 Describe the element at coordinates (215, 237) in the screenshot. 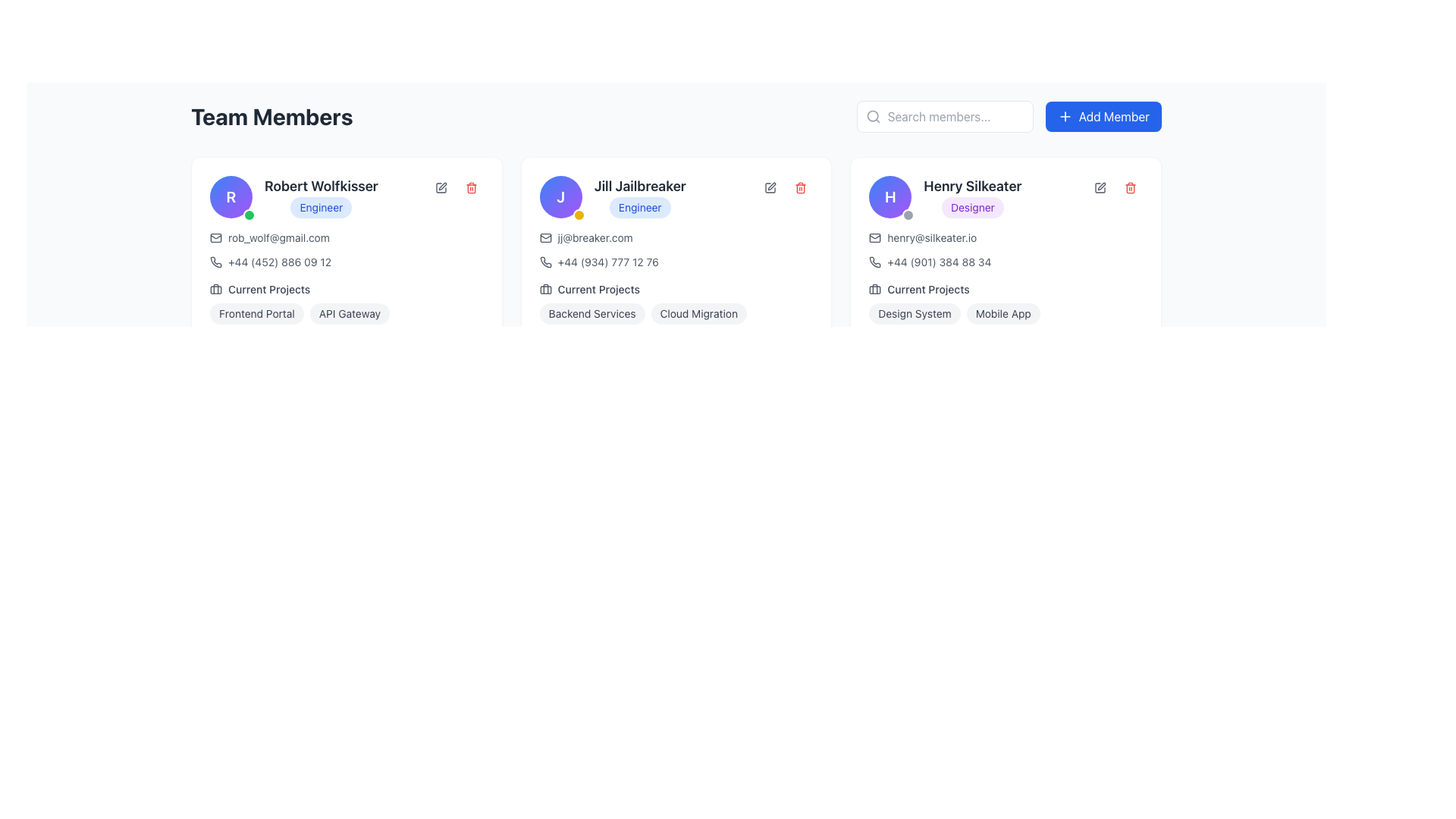

I see `the graphical icon representing an email envelope located within the contact details of the first card in a team member list` at that location.